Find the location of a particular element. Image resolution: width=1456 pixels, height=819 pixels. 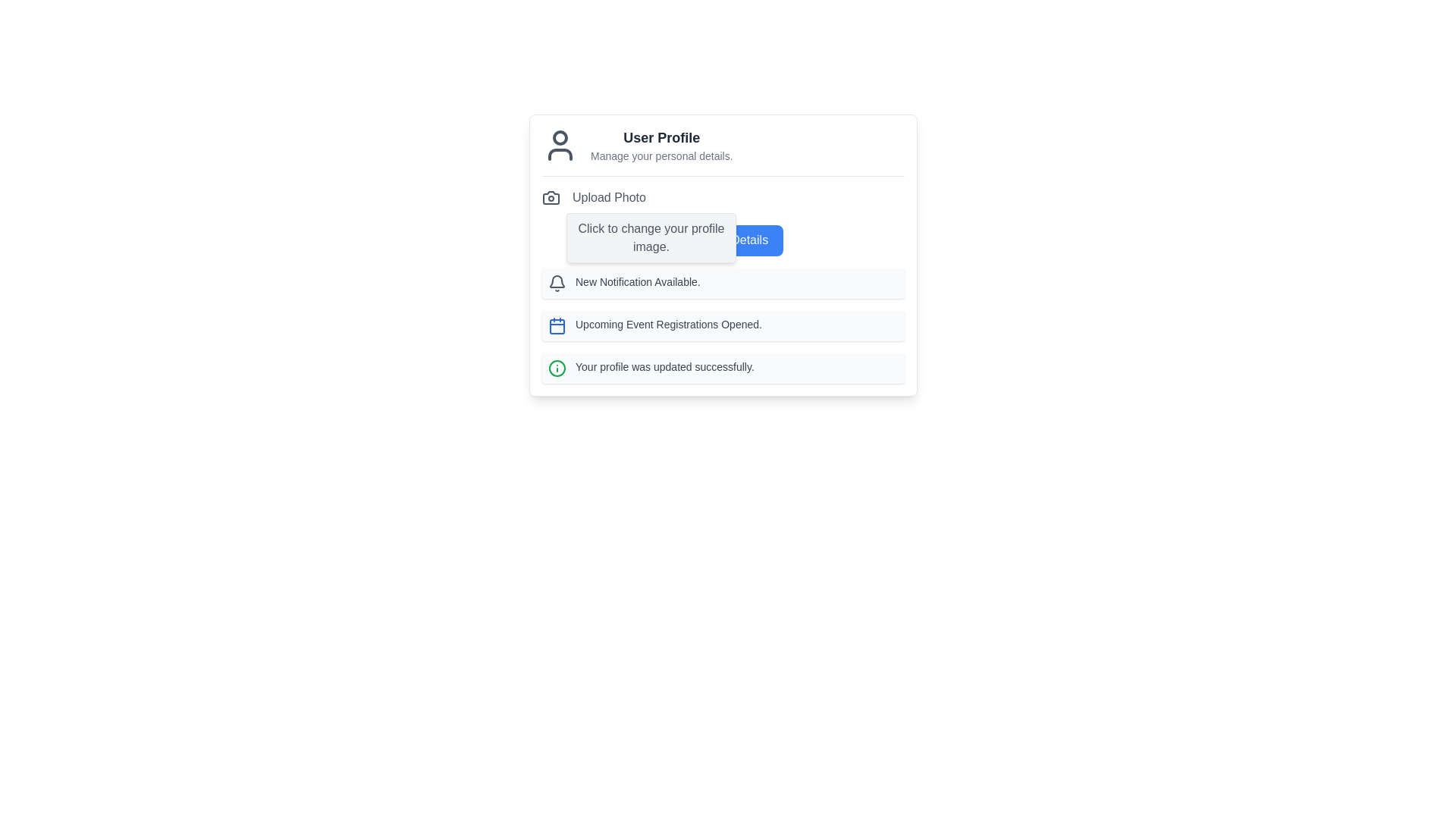

information from the Text Block that serves as a descriptive header for the user profile section, located below the SVG icon and above other profile-related options is located at coordinates (661, 146).